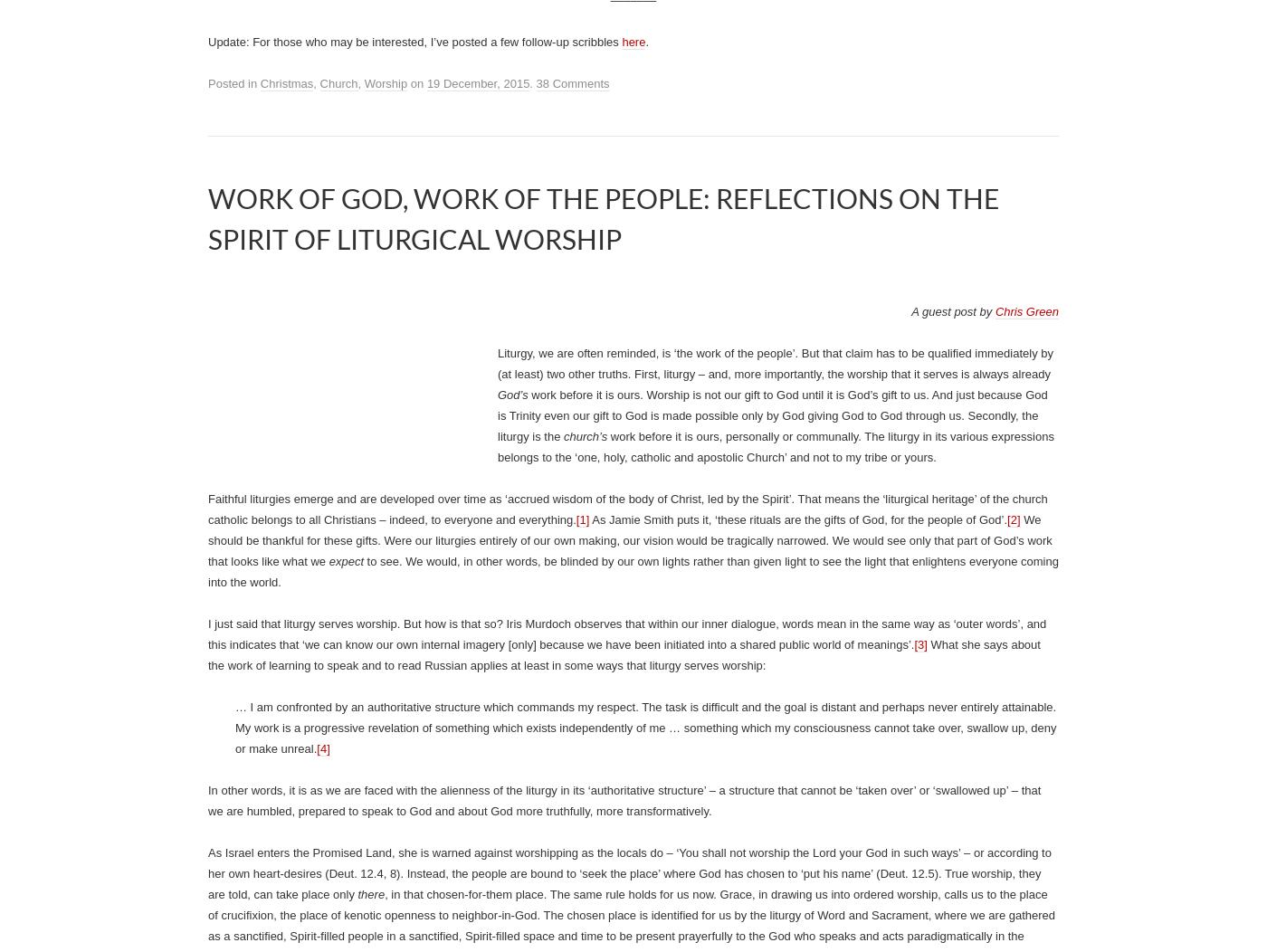 The width and height of the screenshot is (1267, 952). I want to click on '19 December, 2015', so click(477, 83).